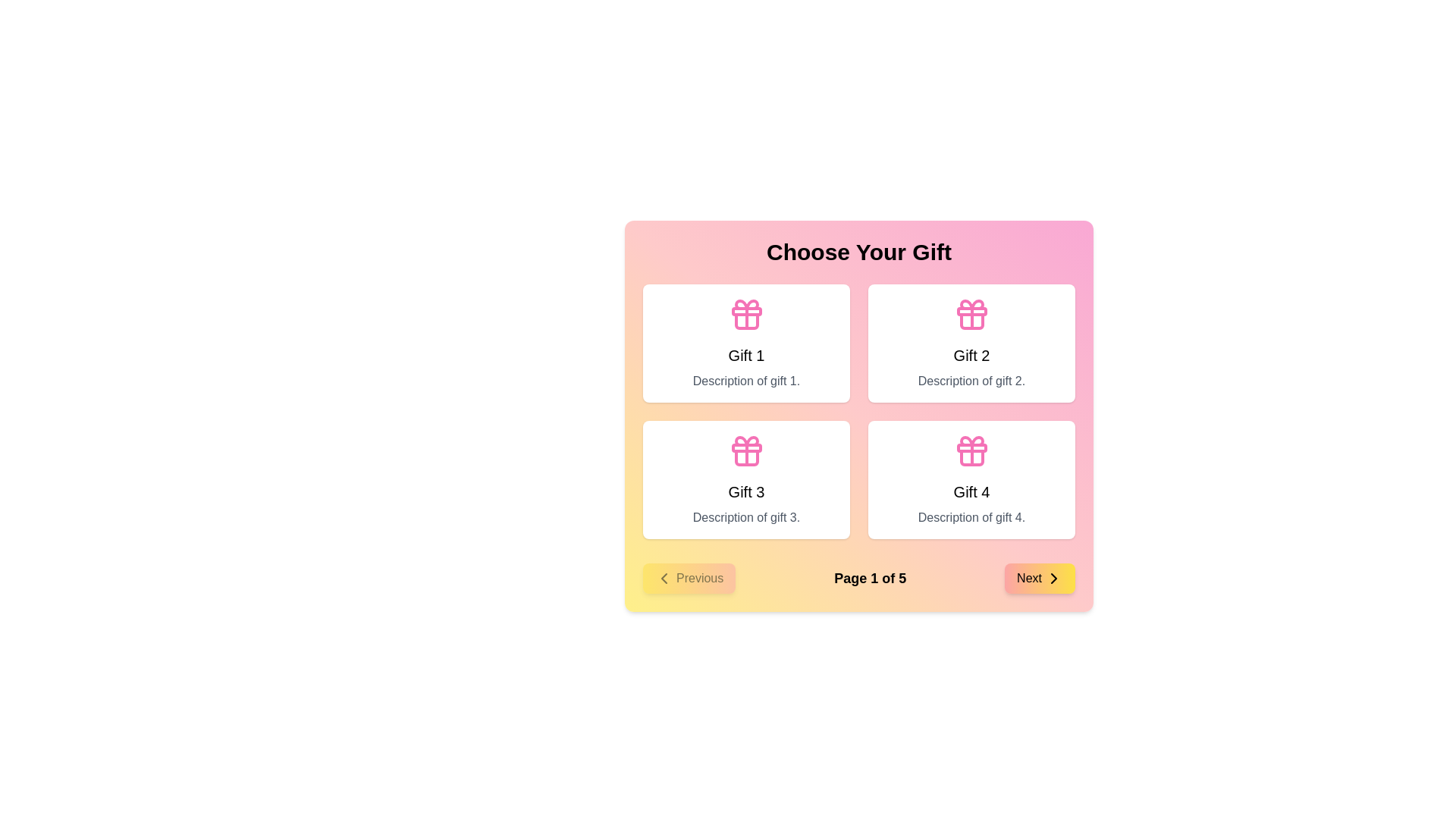  Describe the element at coordinates (1039, 579) in the screenshot. I see `the button located at the bottom right corner of the navigation controls` at that location.